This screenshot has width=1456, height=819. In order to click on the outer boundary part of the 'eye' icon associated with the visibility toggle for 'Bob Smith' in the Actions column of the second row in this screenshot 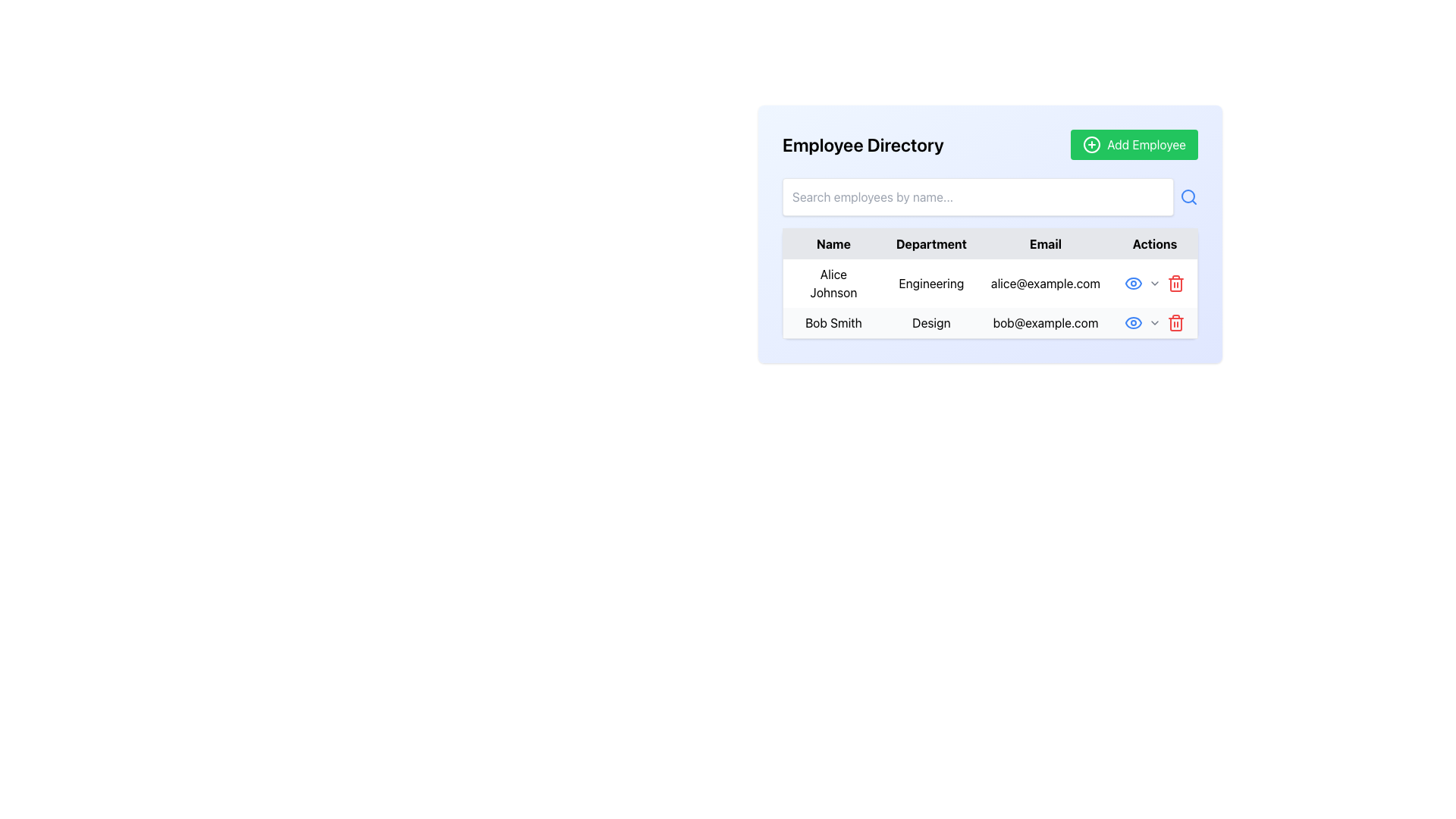, I will do `click(1133, 284)`.